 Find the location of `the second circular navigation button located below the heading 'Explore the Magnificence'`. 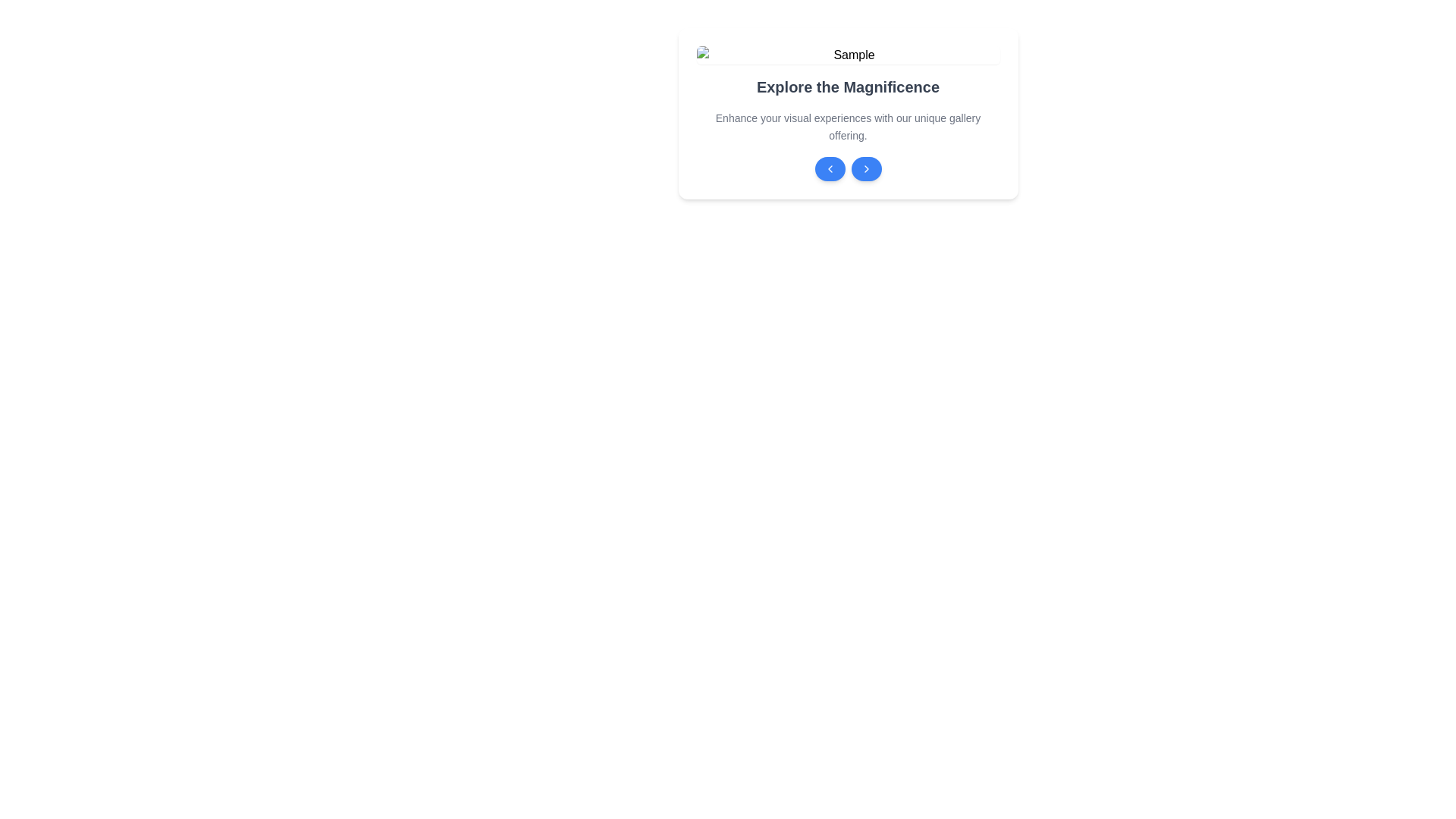

the second circular navigation button located below the heading 'Explore the Magnificence' is located at coordinates (866, 168).